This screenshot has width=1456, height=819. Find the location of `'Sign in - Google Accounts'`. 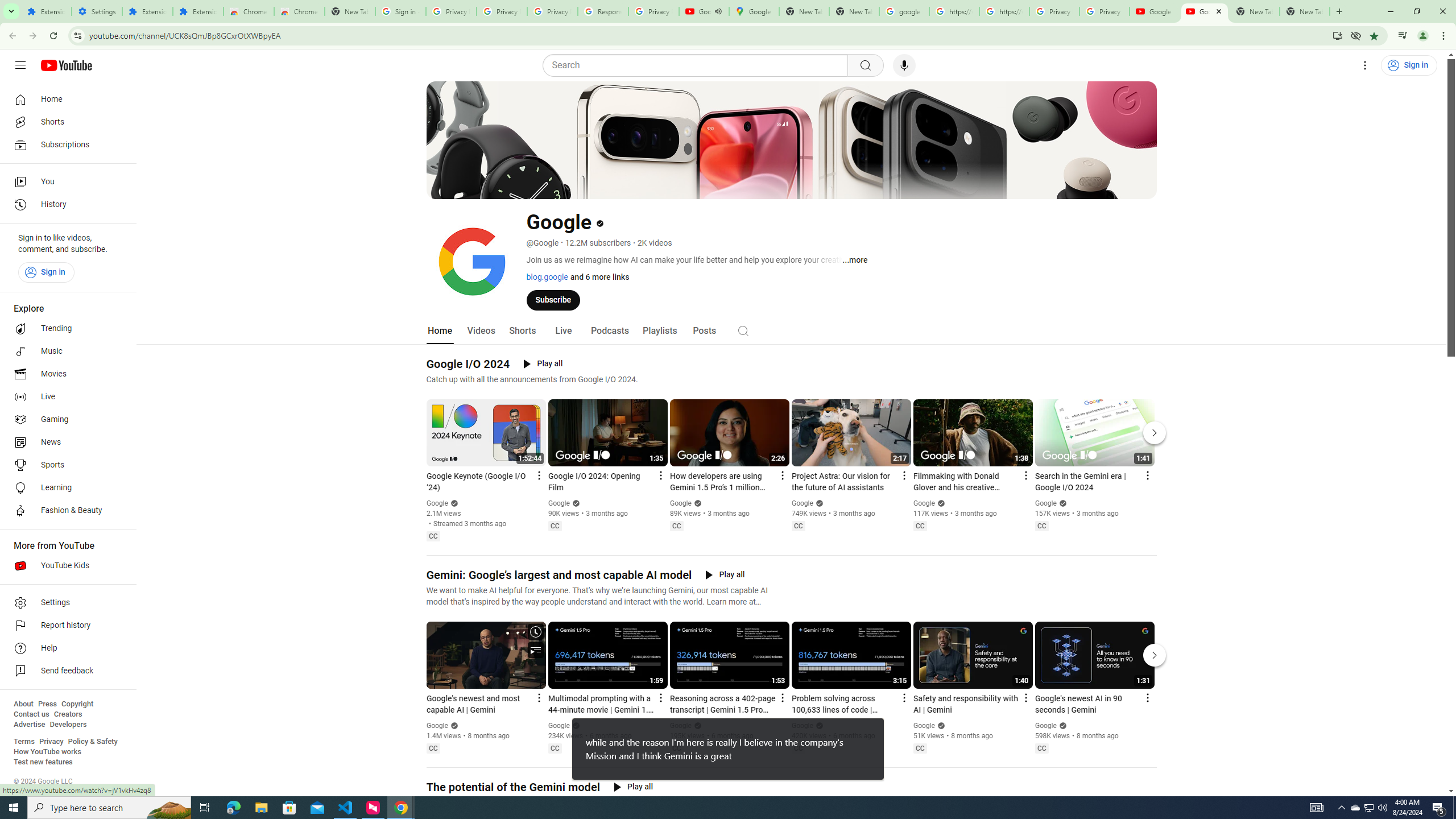

'Sign in - Google Accounts' is located at coordinates (400, 11).